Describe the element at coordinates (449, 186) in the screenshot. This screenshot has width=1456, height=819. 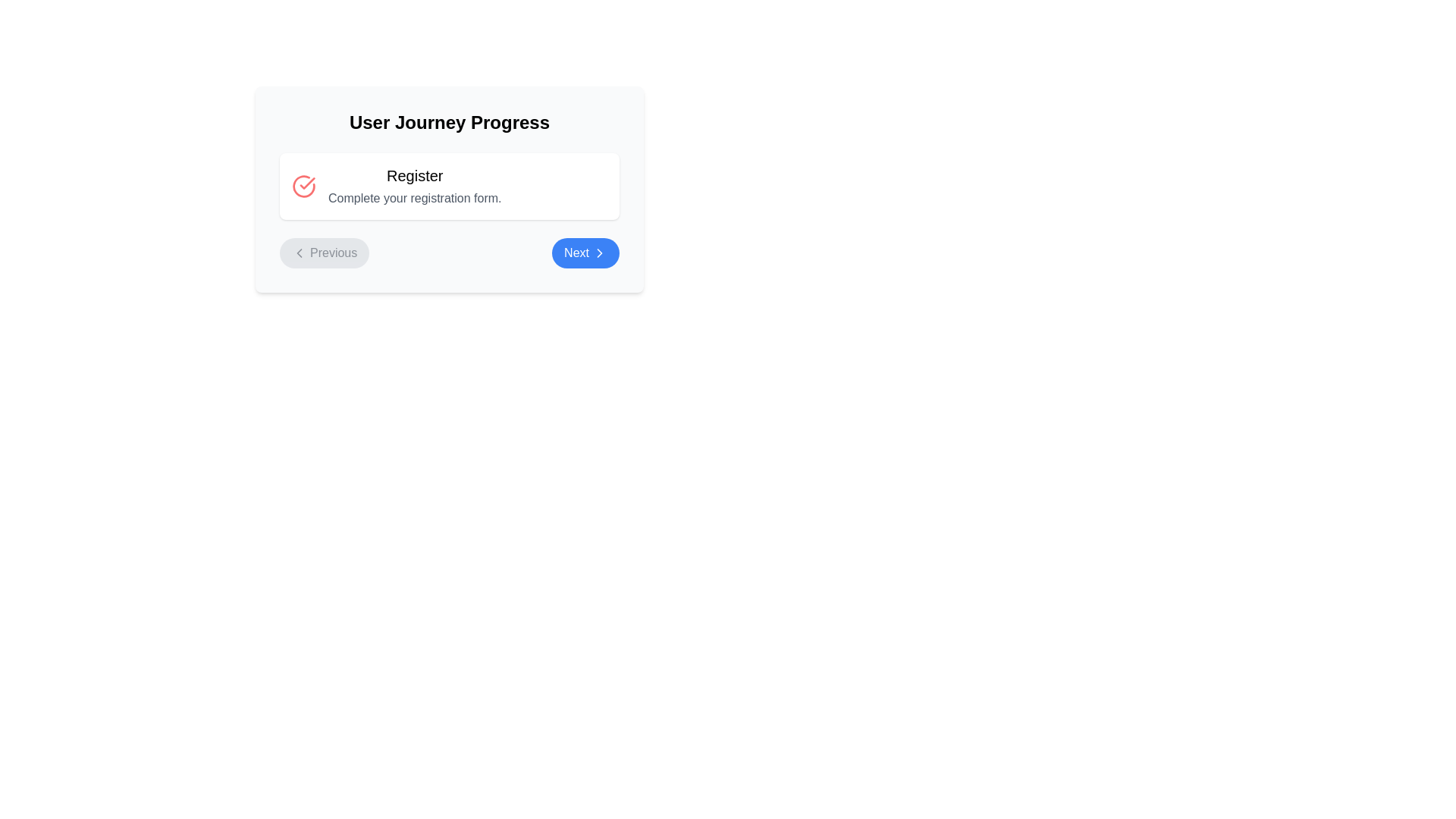
I see `text displayed on the informational card that provides information about the current stage in the user journey ('Register') and prompts the user to complete the registration form` at that location.